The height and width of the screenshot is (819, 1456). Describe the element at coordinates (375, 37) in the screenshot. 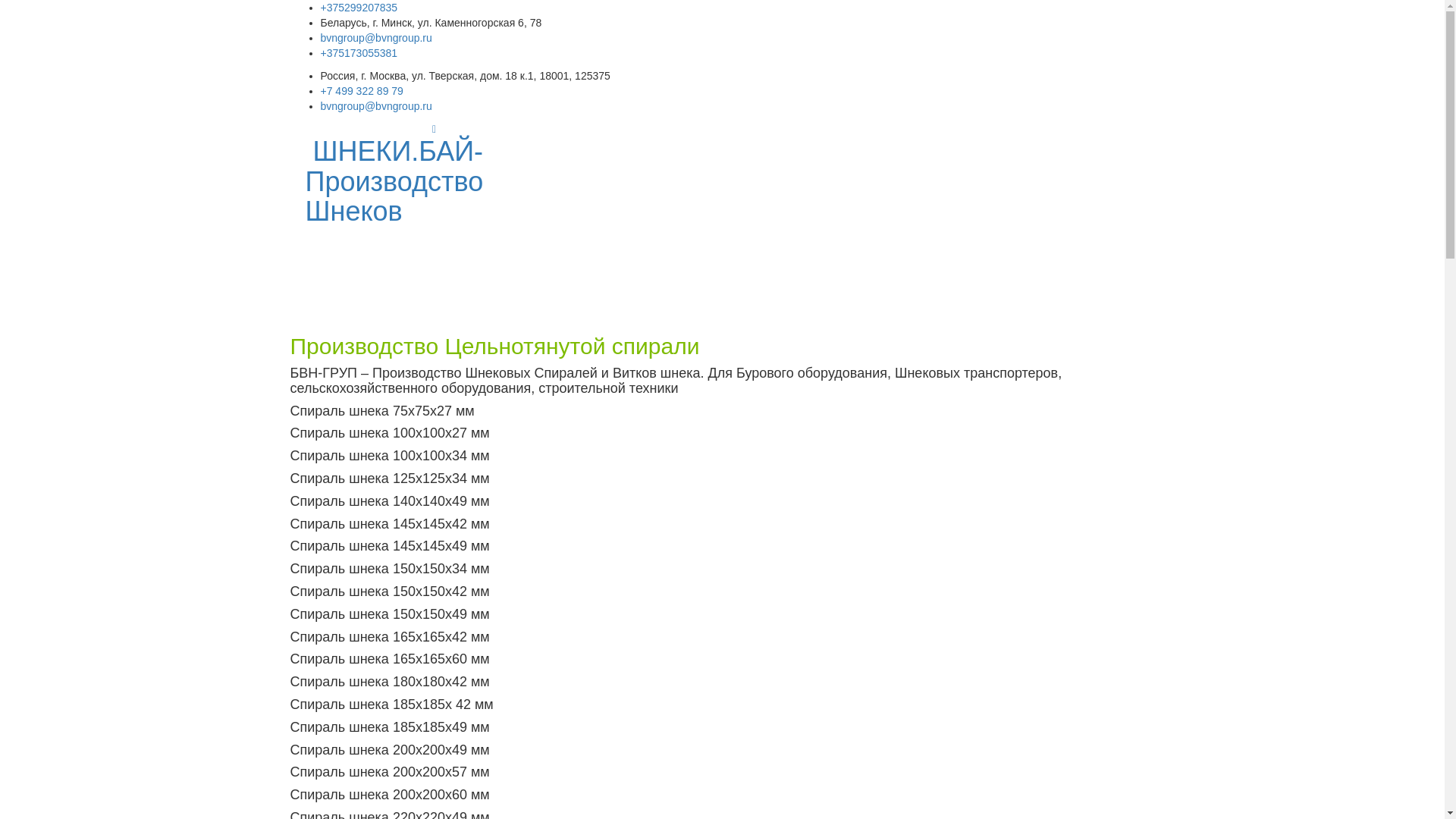

I see `'bvngroup@bvngroup.ru'` at that location.